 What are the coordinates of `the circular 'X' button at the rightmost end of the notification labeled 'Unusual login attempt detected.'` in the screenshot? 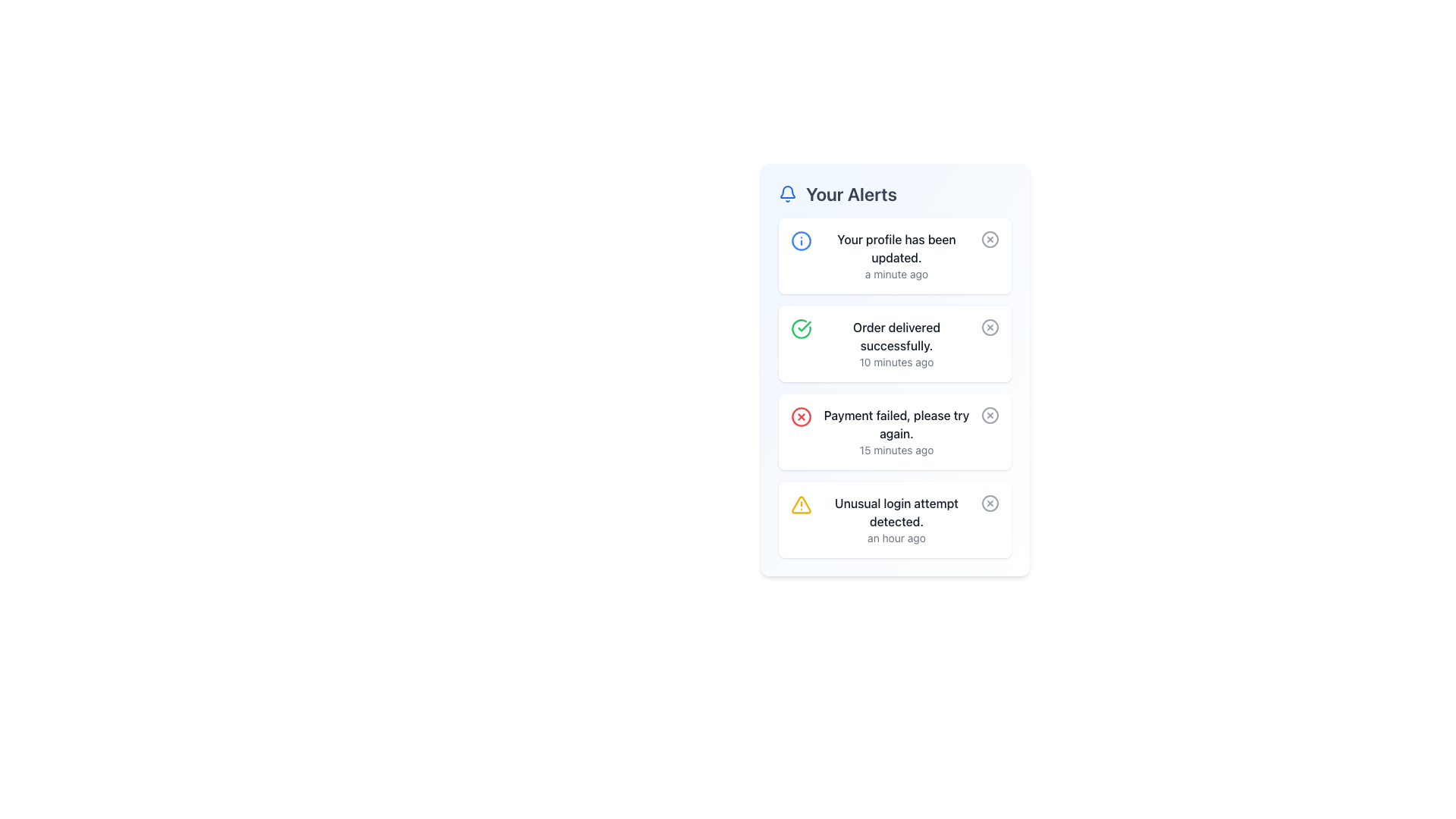 It's located at (990, 503).